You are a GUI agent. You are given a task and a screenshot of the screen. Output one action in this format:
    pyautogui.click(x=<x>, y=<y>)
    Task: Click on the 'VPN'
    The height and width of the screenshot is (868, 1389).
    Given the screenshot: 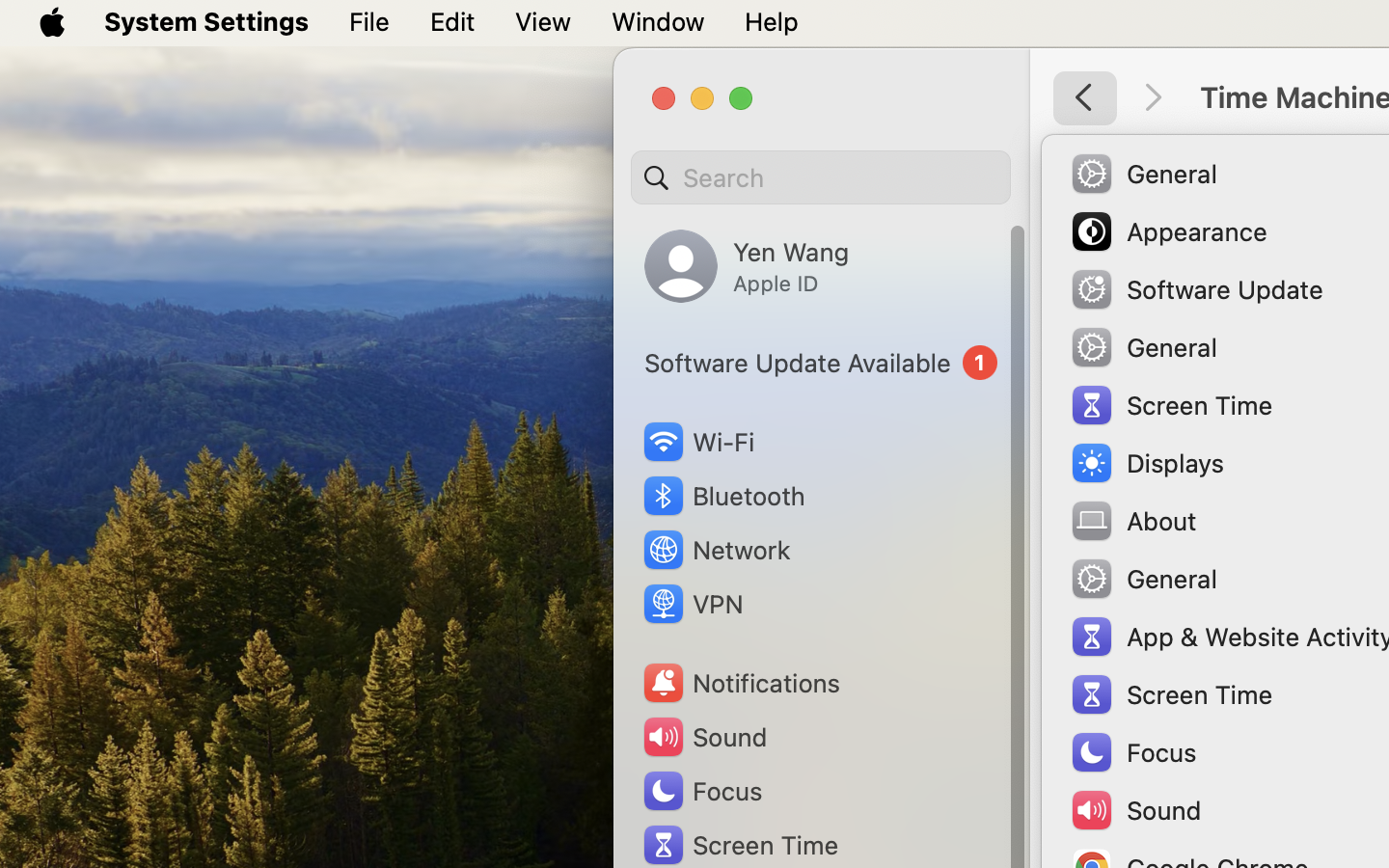 What is the action you would take?
    pyautogui.click(x=691, y=604)
    